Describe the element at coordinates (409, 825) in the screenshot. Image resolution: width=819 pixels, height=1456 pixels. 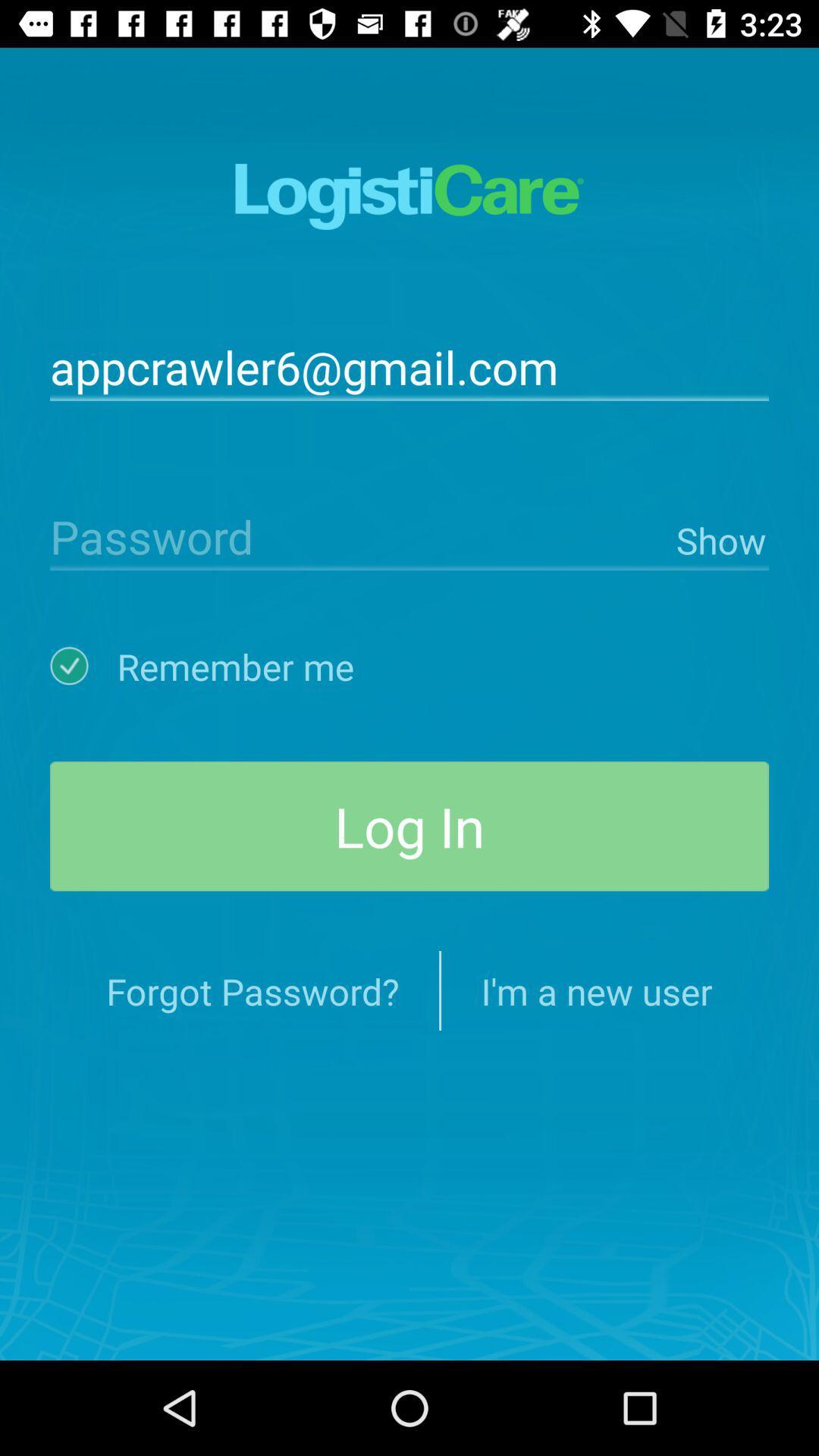
I see `the log in item` at that location.